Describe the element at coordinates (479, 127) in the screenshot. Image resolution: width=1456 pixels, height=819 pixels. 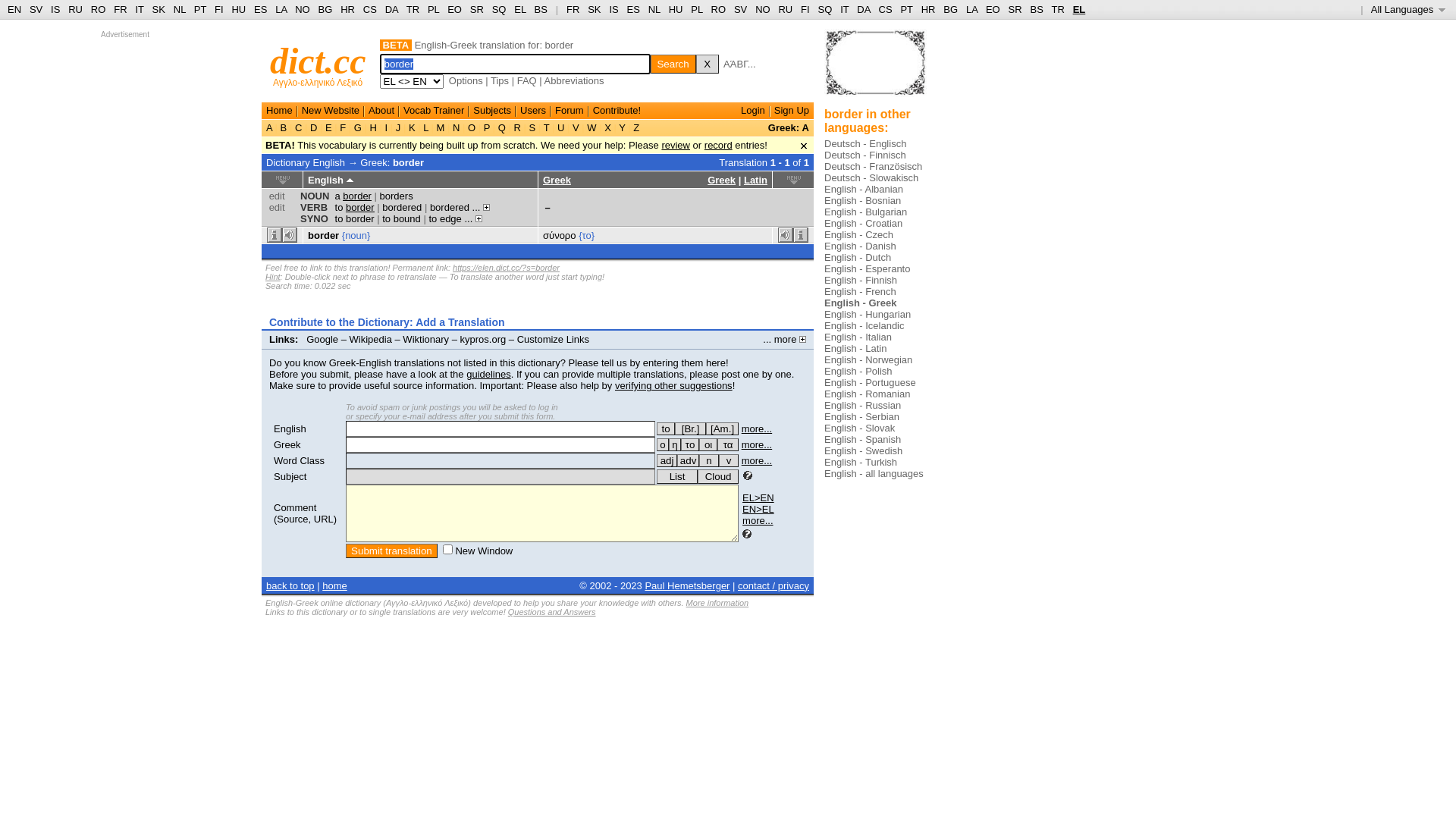
I see `'P'` at that location.